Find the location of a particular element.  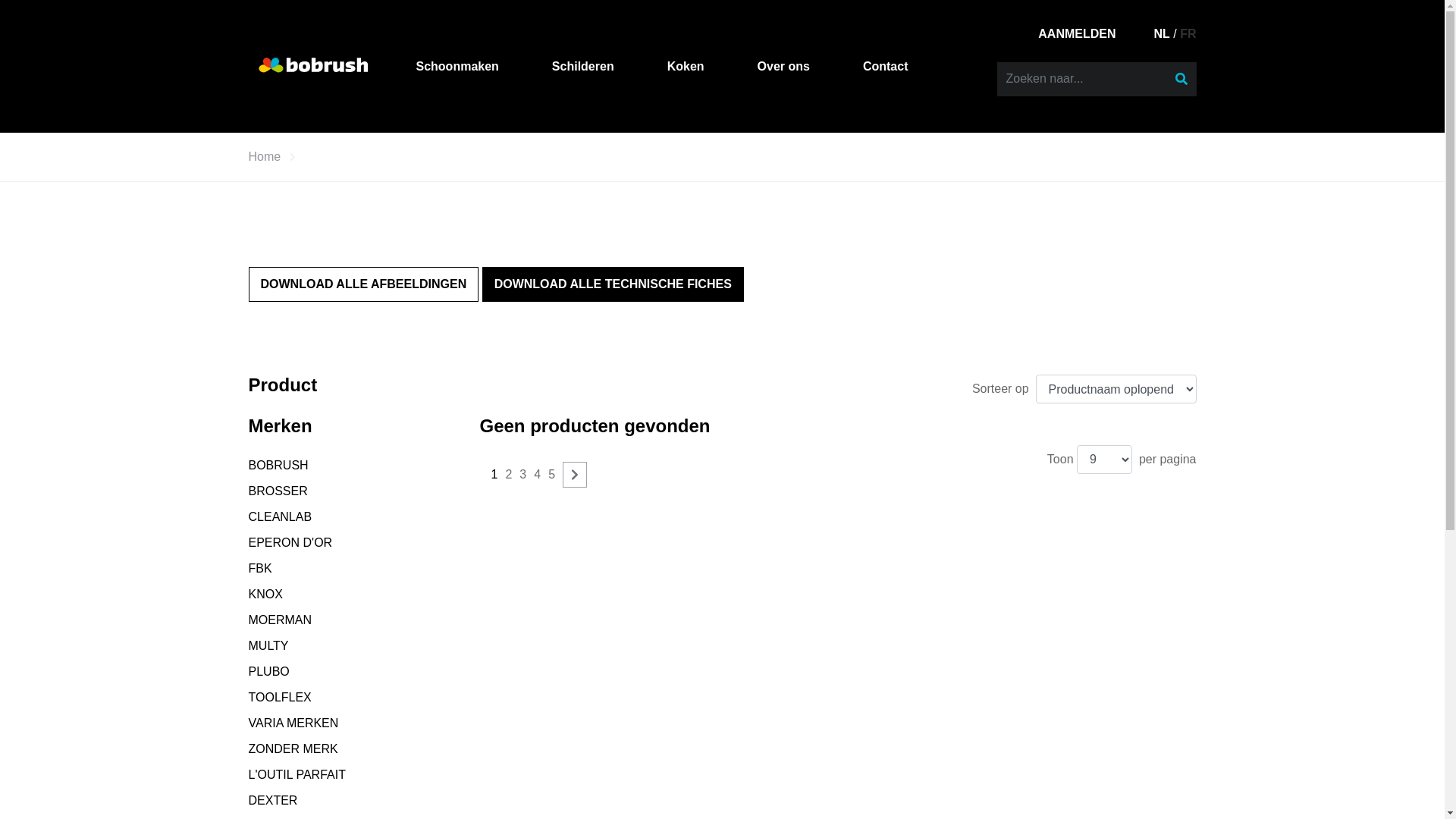

'5' is located at coordinates (551, 473).